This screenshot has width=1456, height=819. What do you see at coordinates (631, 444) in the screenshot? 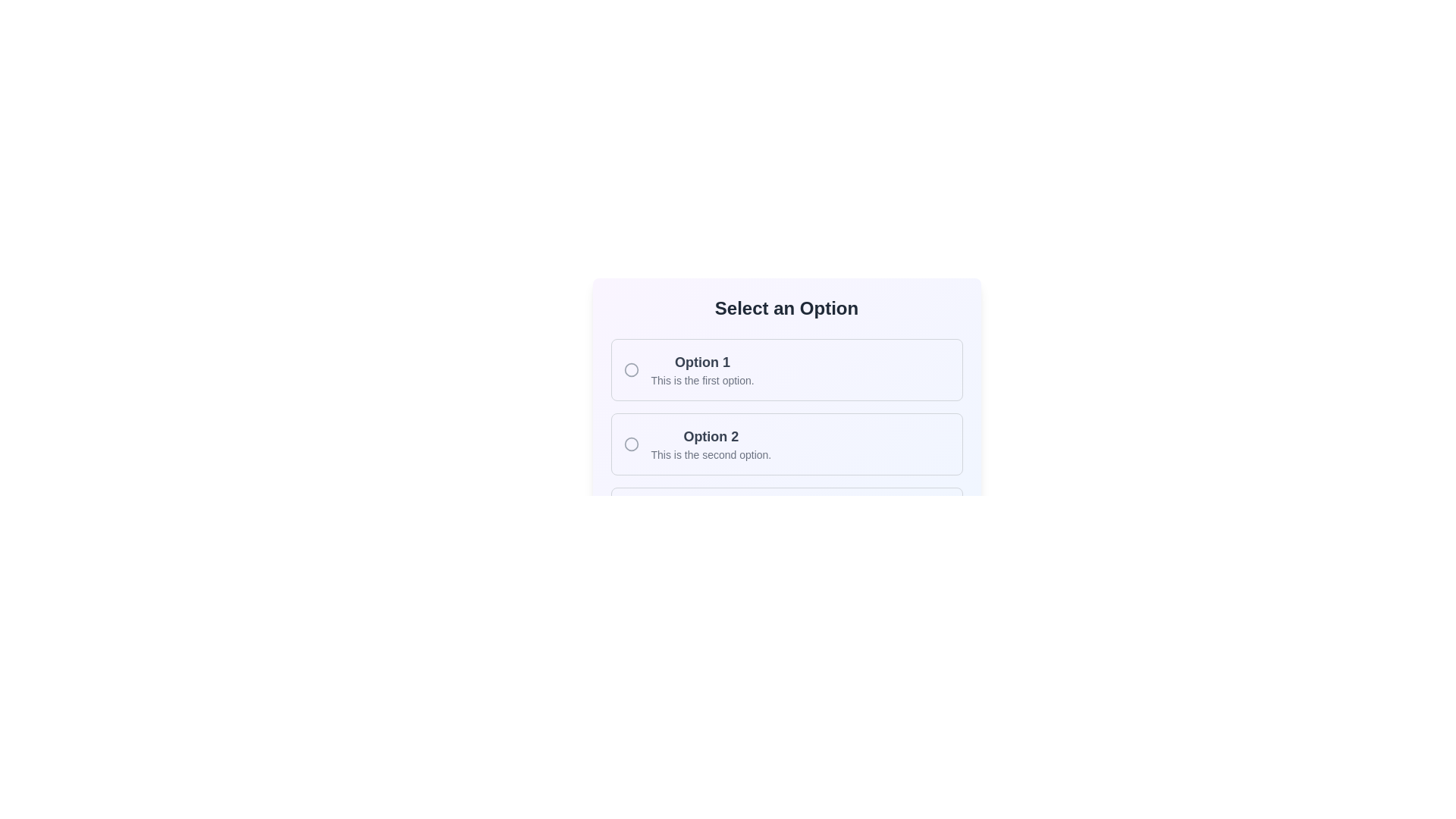
I see `the unselected radio button located to the left of the text 'Option 2'` at bounding box center [631, 444].